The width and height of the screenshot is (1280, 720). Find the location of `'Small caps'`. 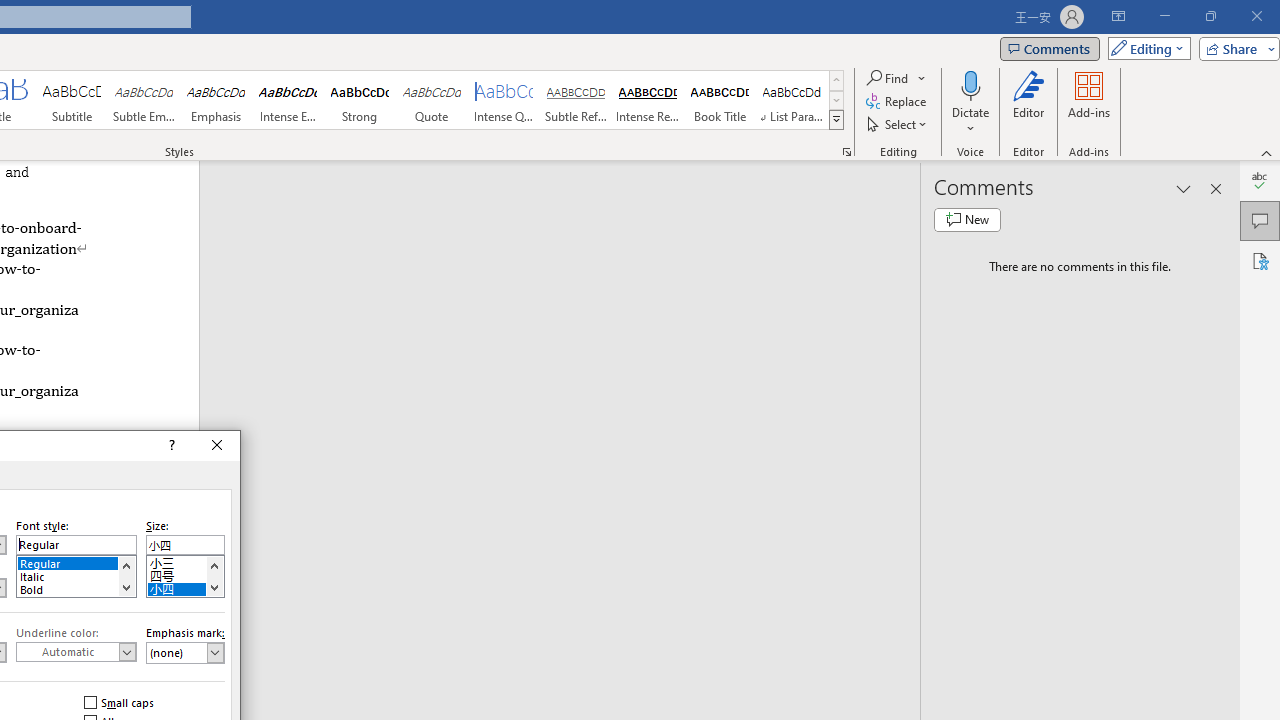

'Small caps' is located at coordinates (119, 702).